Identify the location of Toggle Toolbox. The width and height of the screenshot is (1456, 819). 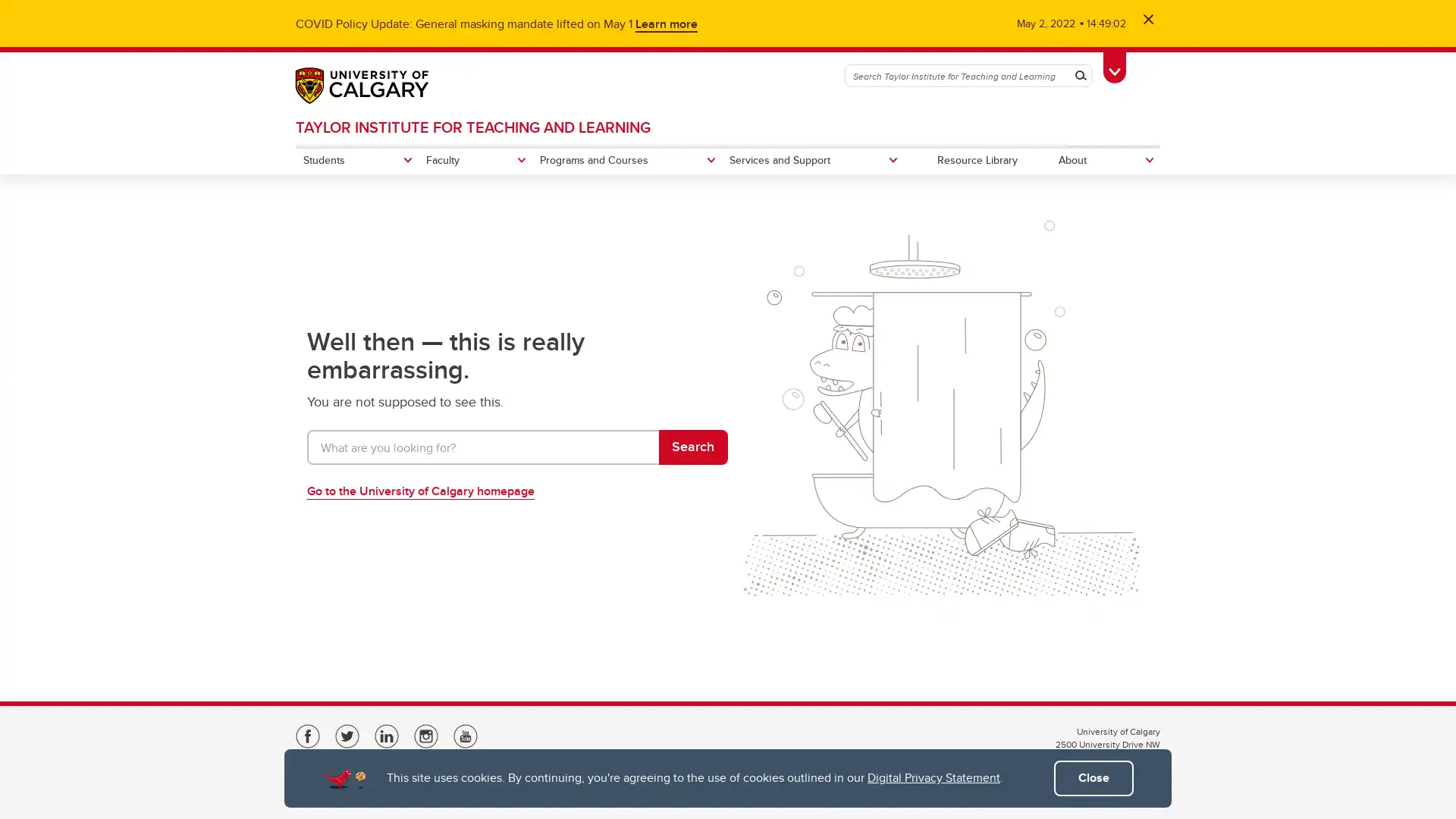
(1114, 66).